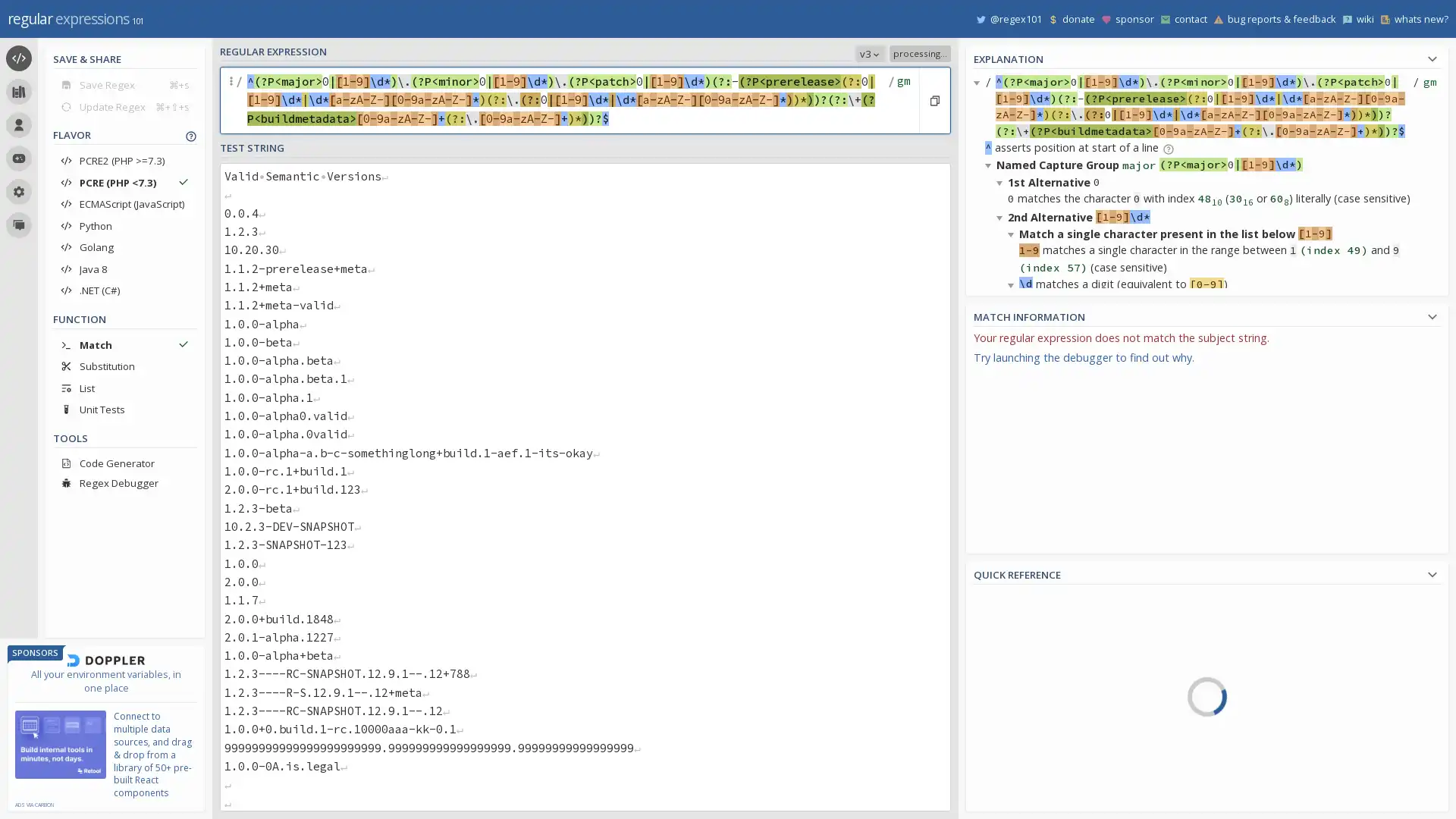 The width and height of the screenshot is (1456, 819). Describe the element at coordinates (1282, 773) in the screenshot. I see `Any non-whitespace character \S` at that location.